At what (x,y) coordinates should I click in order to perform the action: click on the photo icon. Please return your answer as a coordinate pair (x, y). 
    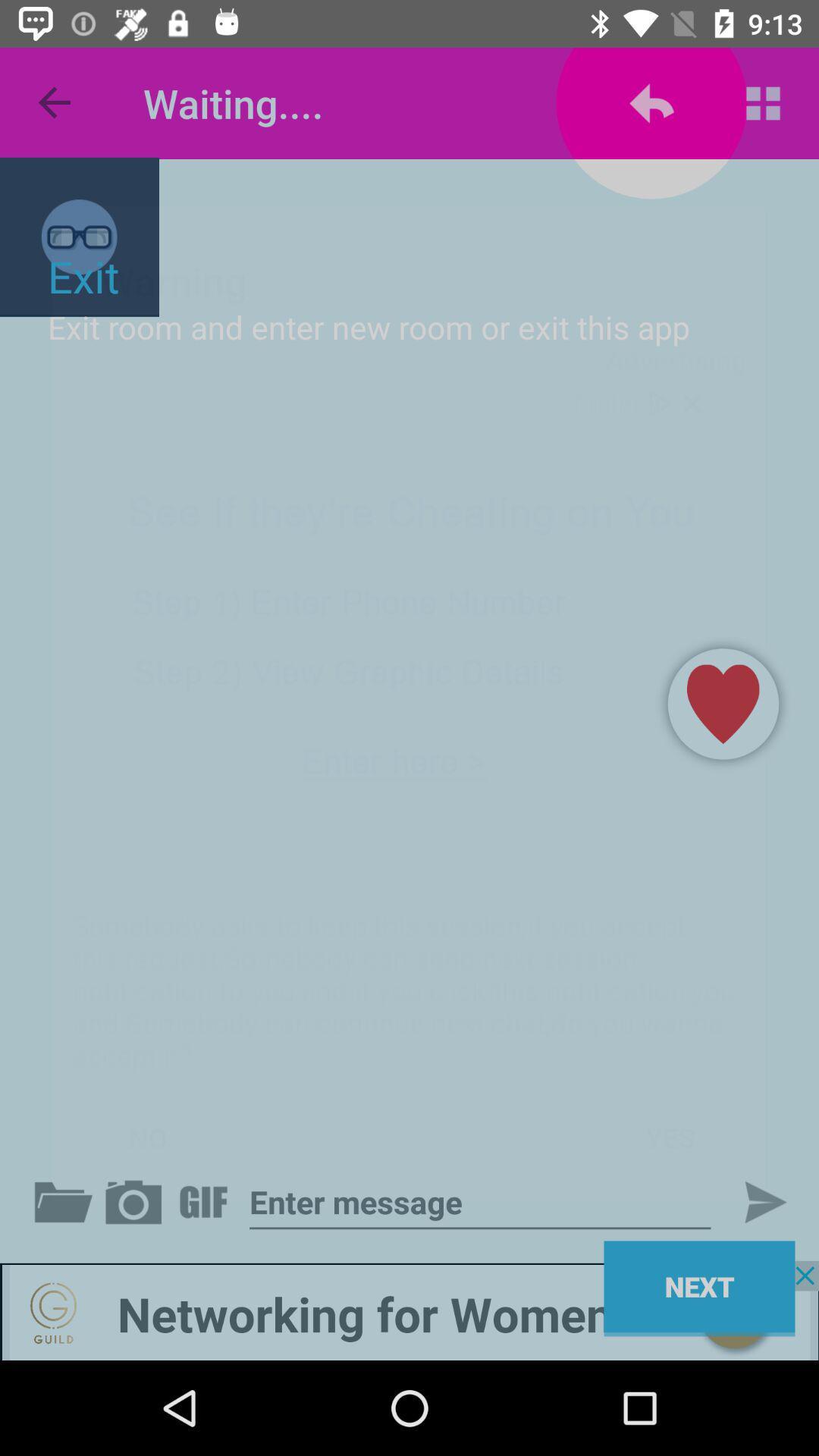
    Looking at the image, I should click on (136, 1201).